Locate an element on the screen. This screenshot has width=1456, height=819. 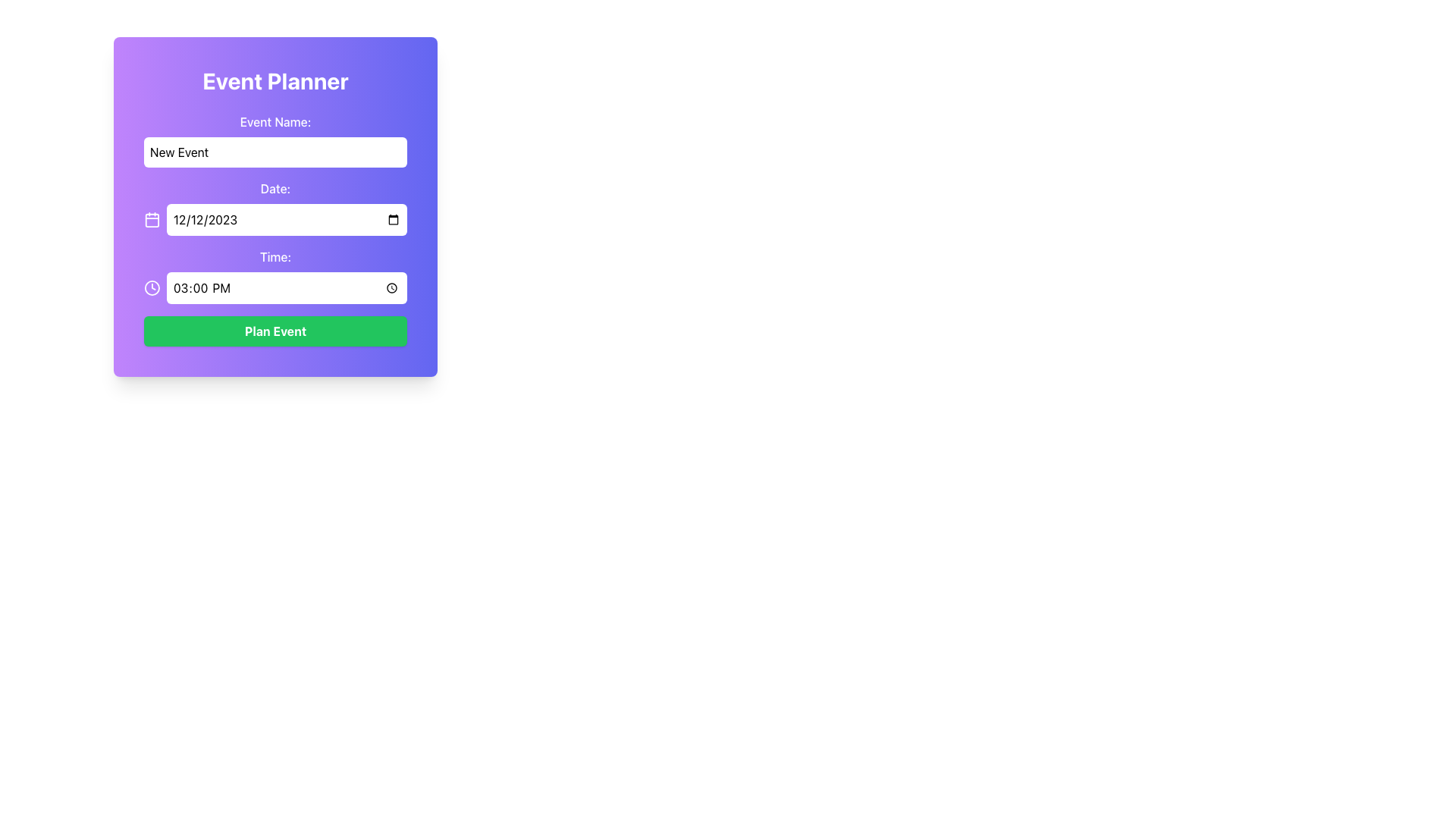
the Text Label indicating the field for entering the event's name, located above the 'New Event' input field is located at coordinates (275, 121).